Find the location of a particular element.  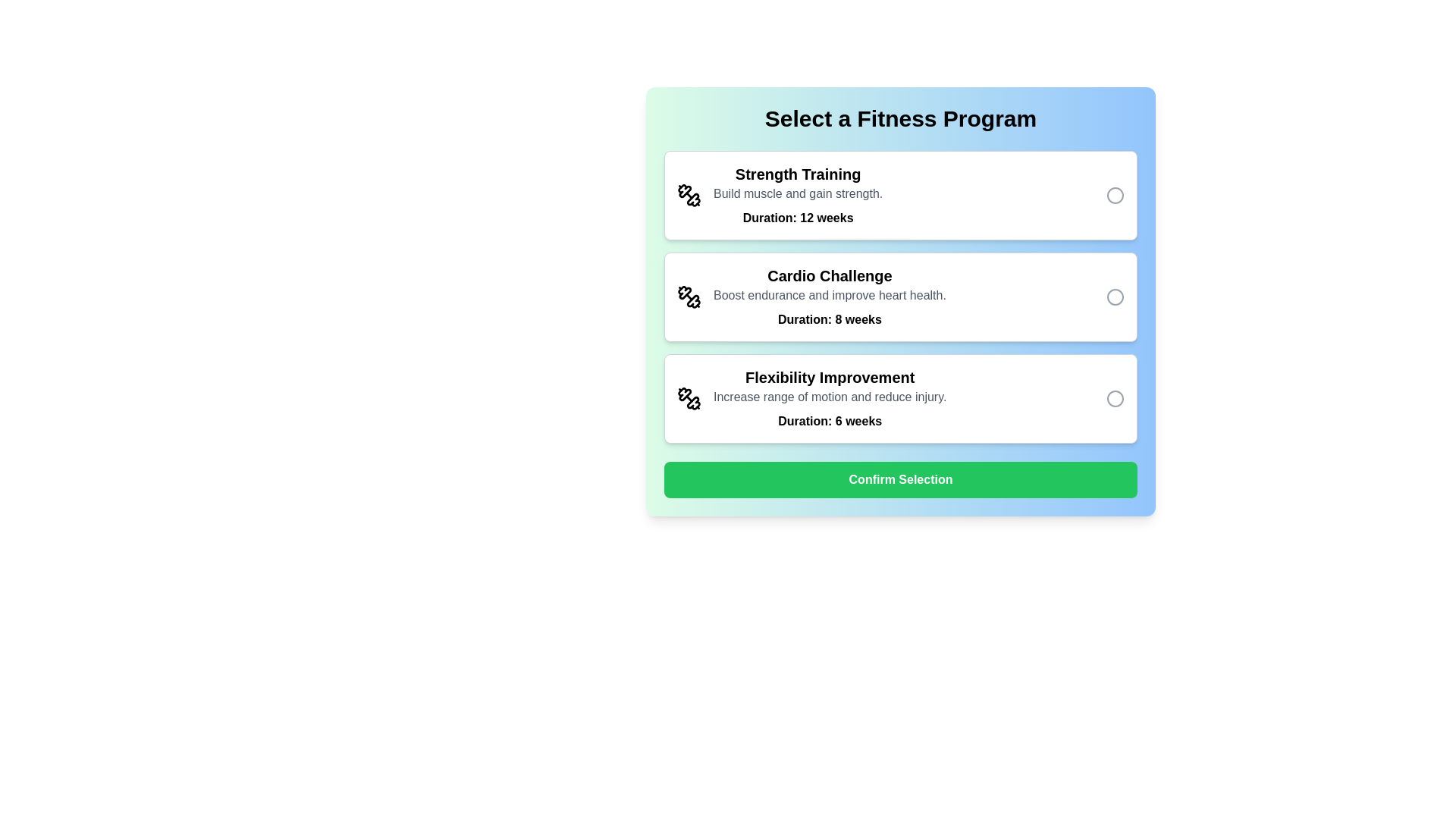

the text element containing 'Build muscle and gain strength.' which is styled in gray color and positioned beneath the title 'Strength Training' in the fitness program card is located at coordinates (797, 193).